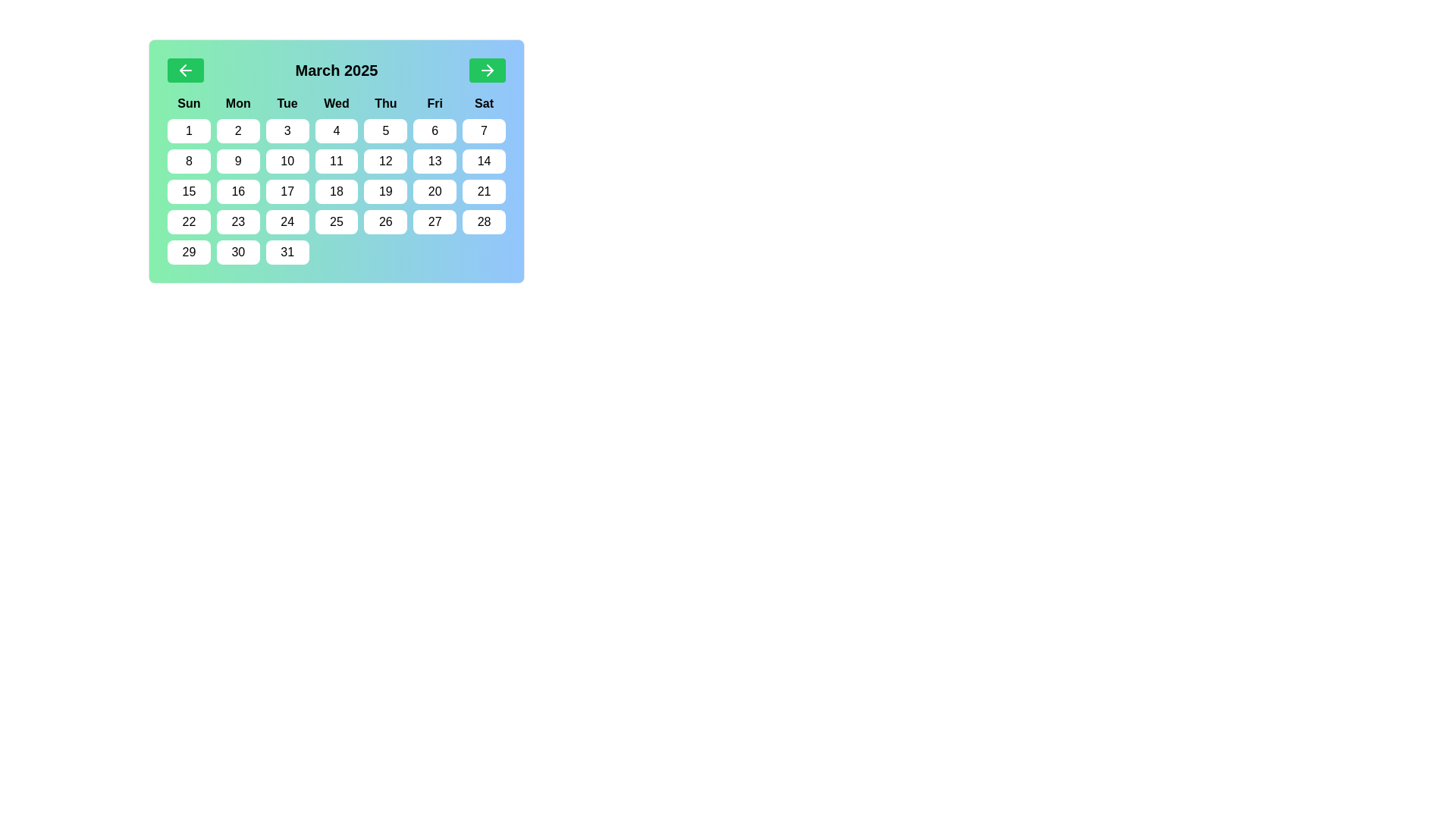 Image resolution: width=1456 pixels, height=819 pixels. I want to click on the button representing the 21st day of the month in the calendar interface, so click(483, 191).